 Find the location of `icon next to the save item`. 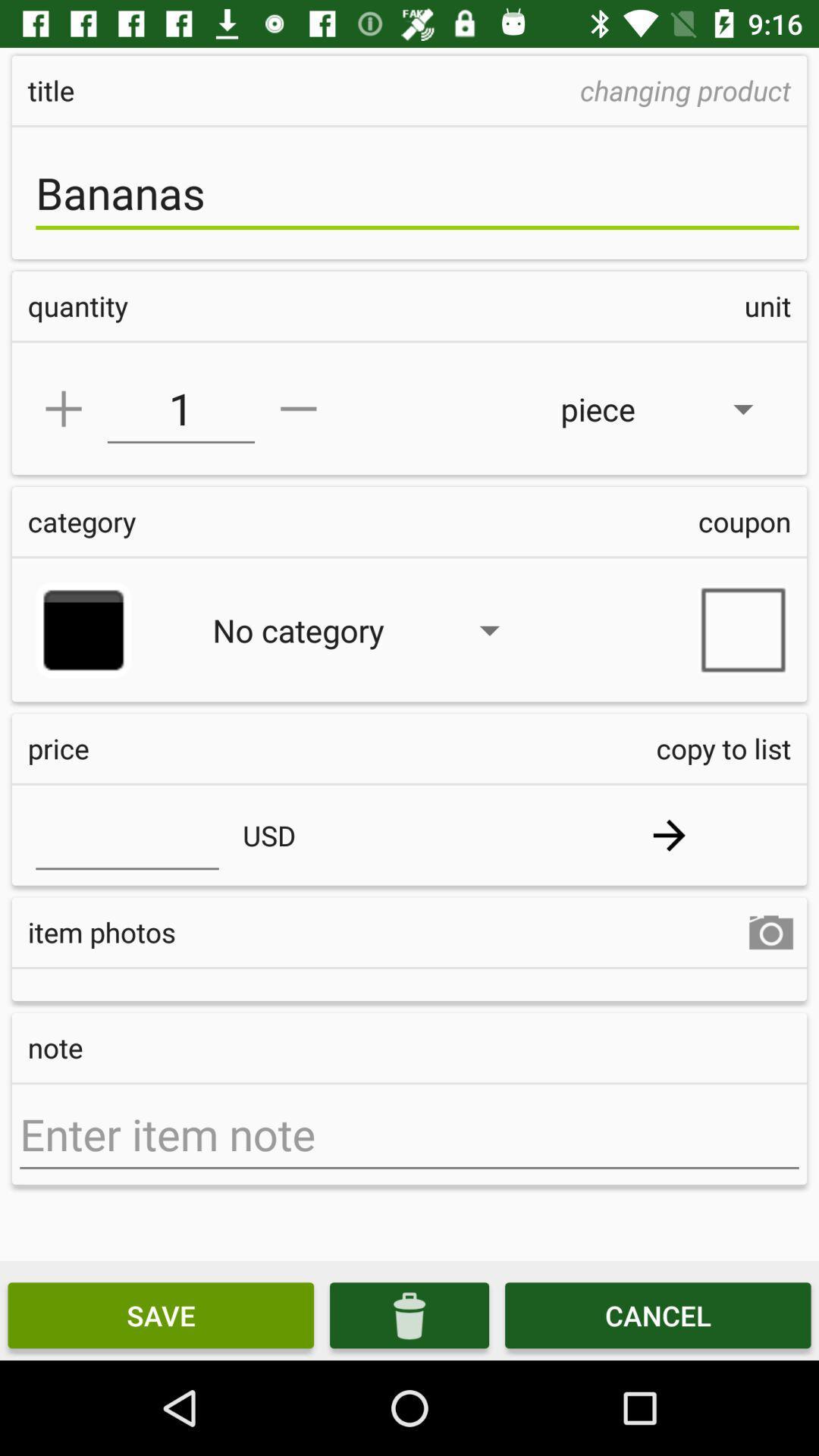

icon next to the save item is located at coordinates (409, 1314).